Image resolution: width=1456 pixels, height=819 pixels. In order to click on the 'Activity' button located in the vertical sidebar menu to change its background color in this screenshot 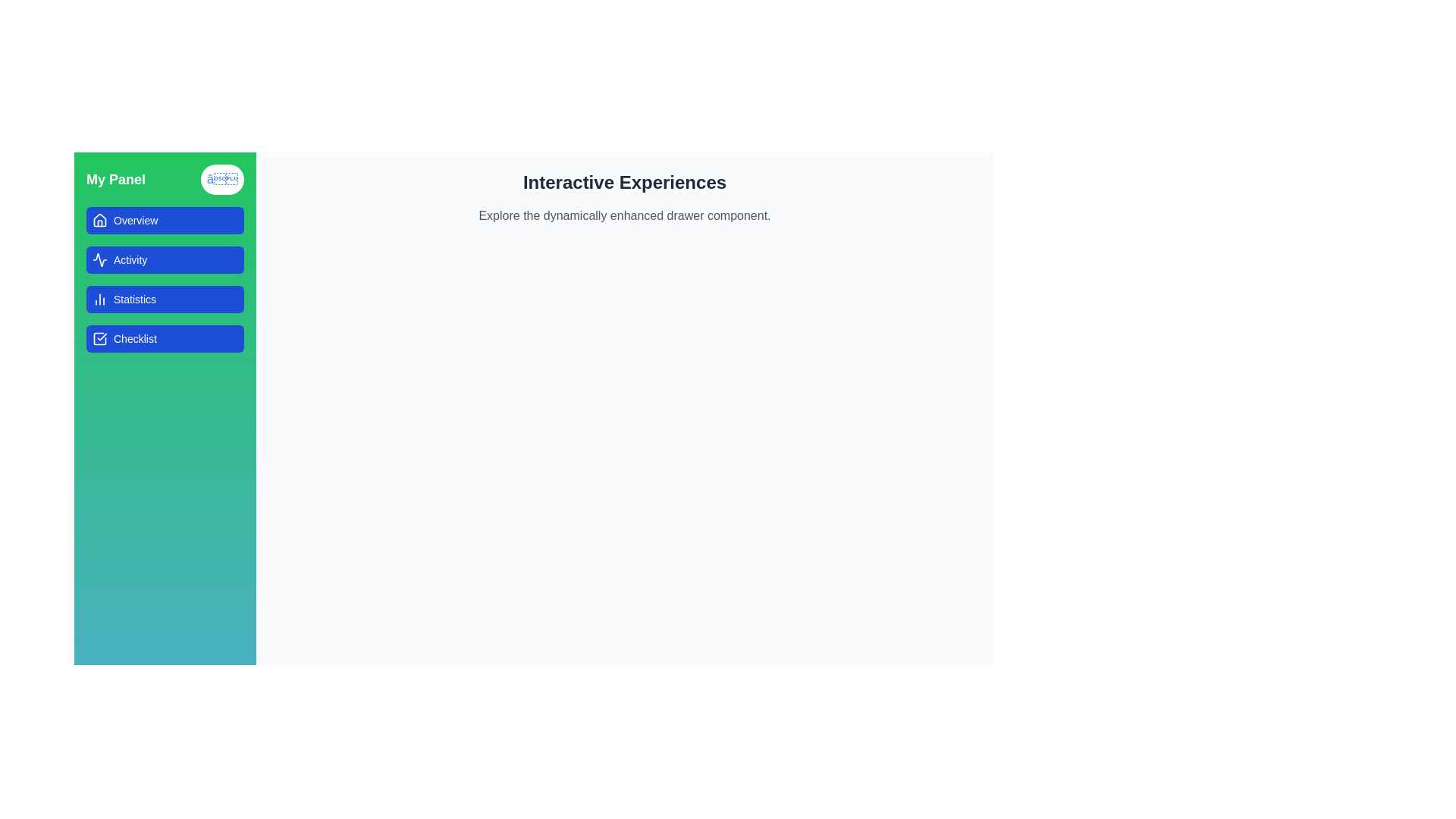, I will do `click(165, 259)`.